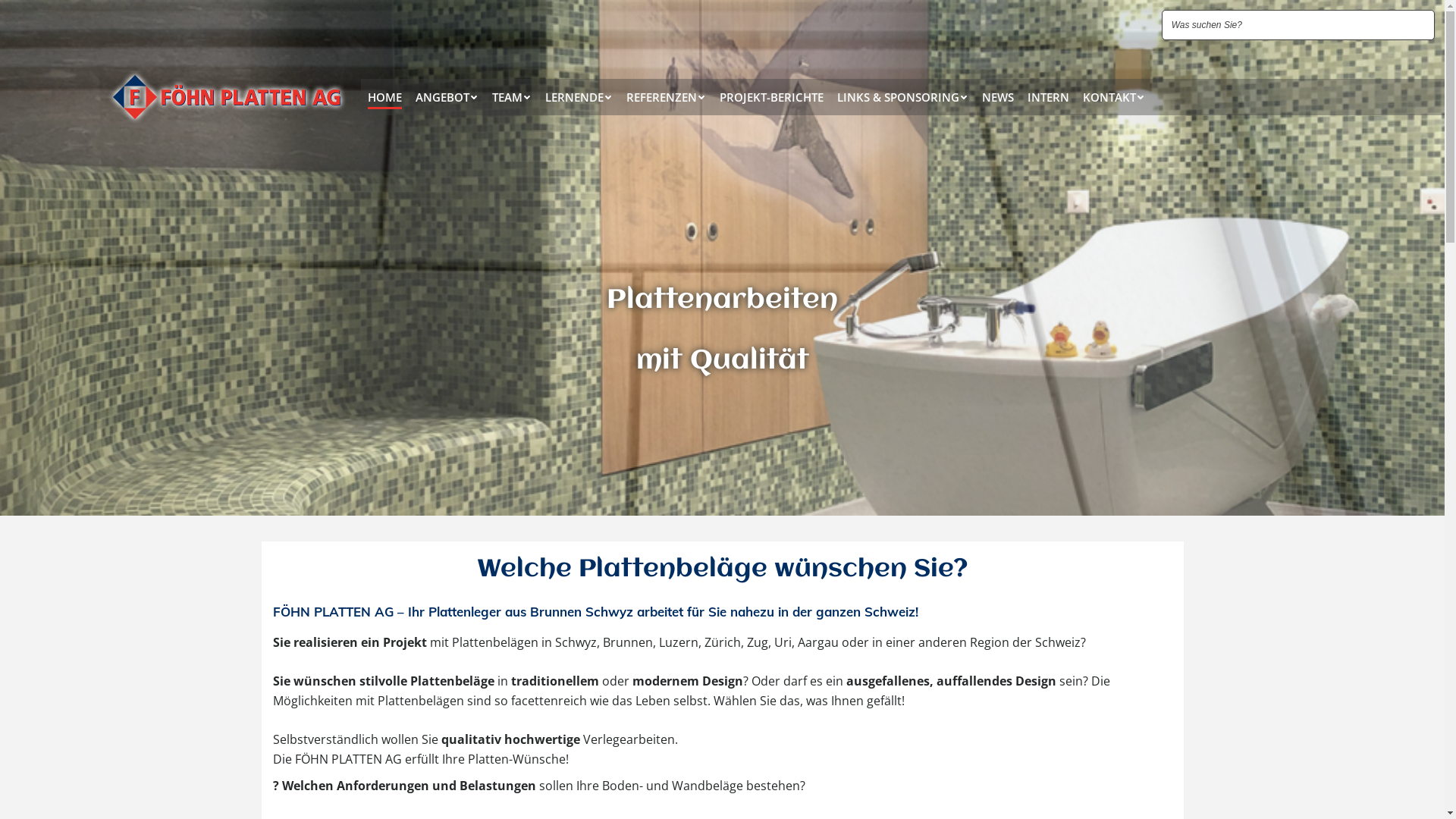  Describe the element at coordinates (666, 97) in the screenshot. I see `'REFERENZEN'` at that location.